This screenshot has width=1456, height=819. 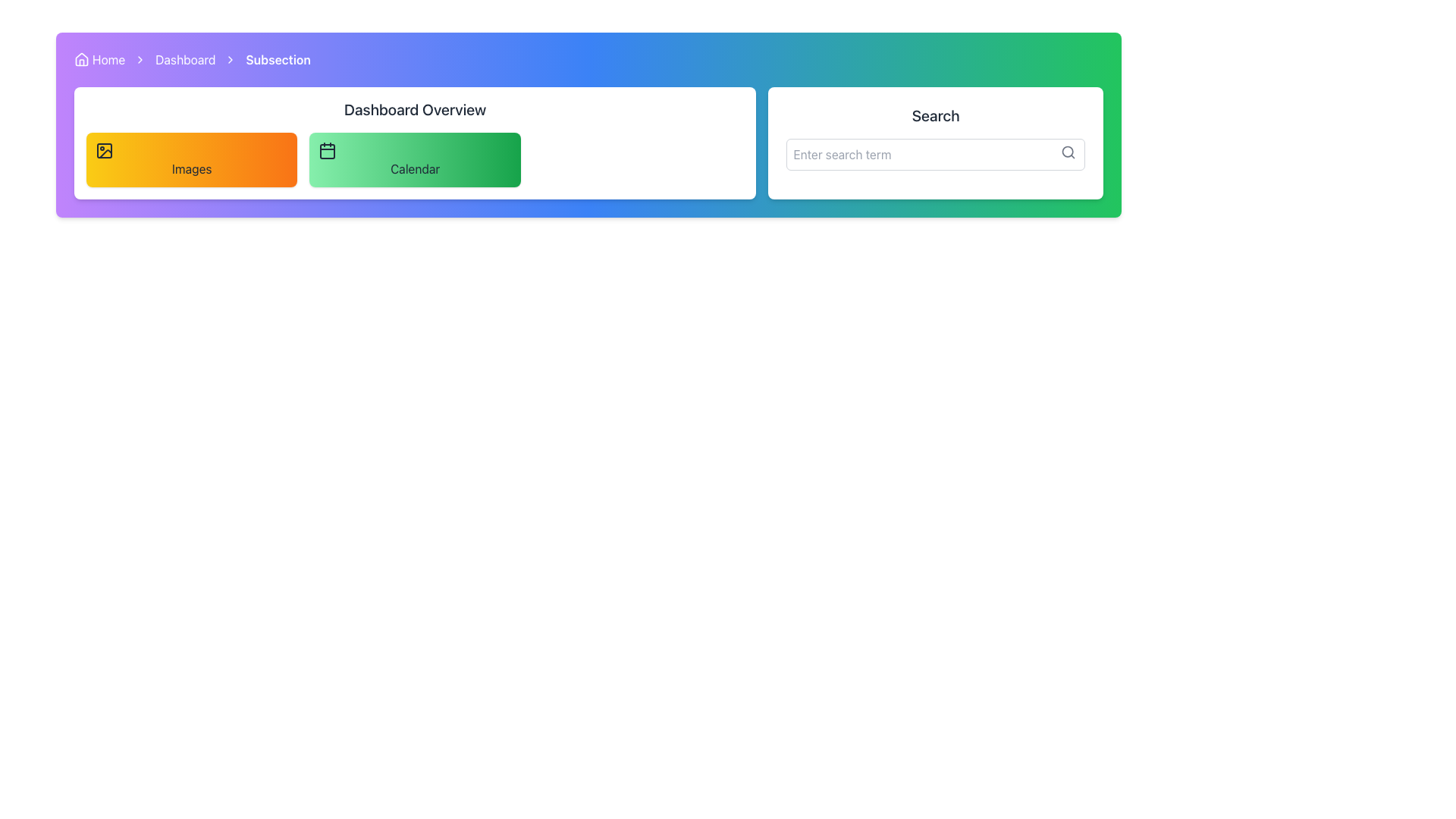 I want to click on the circular SVG graphical shape representing the magnifying glass head in the search icon located inside the search bar group, so click(x=1067, y=152).